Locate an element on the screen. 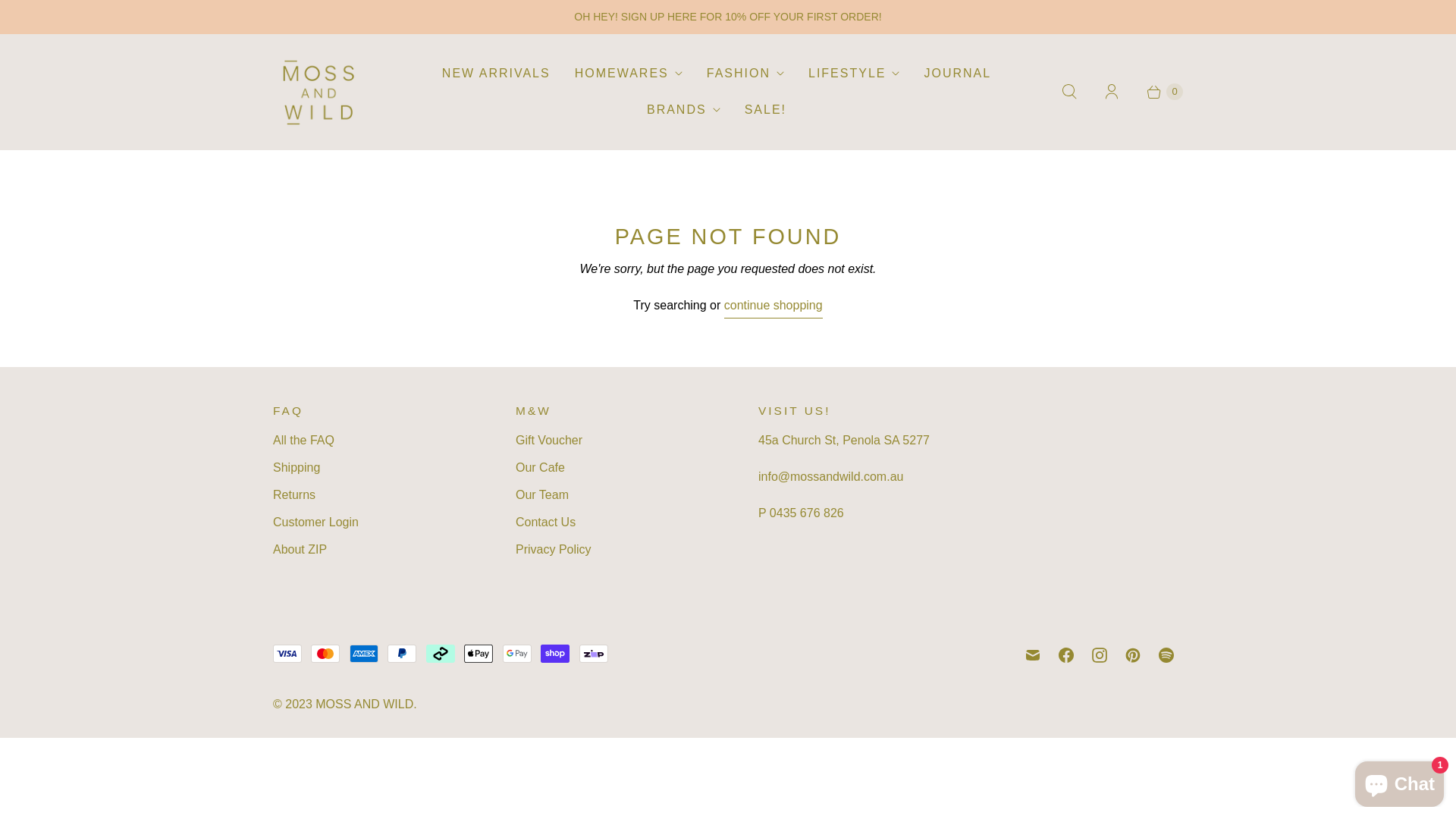  'Privacy Policy' is located at coordinates (516, 549).